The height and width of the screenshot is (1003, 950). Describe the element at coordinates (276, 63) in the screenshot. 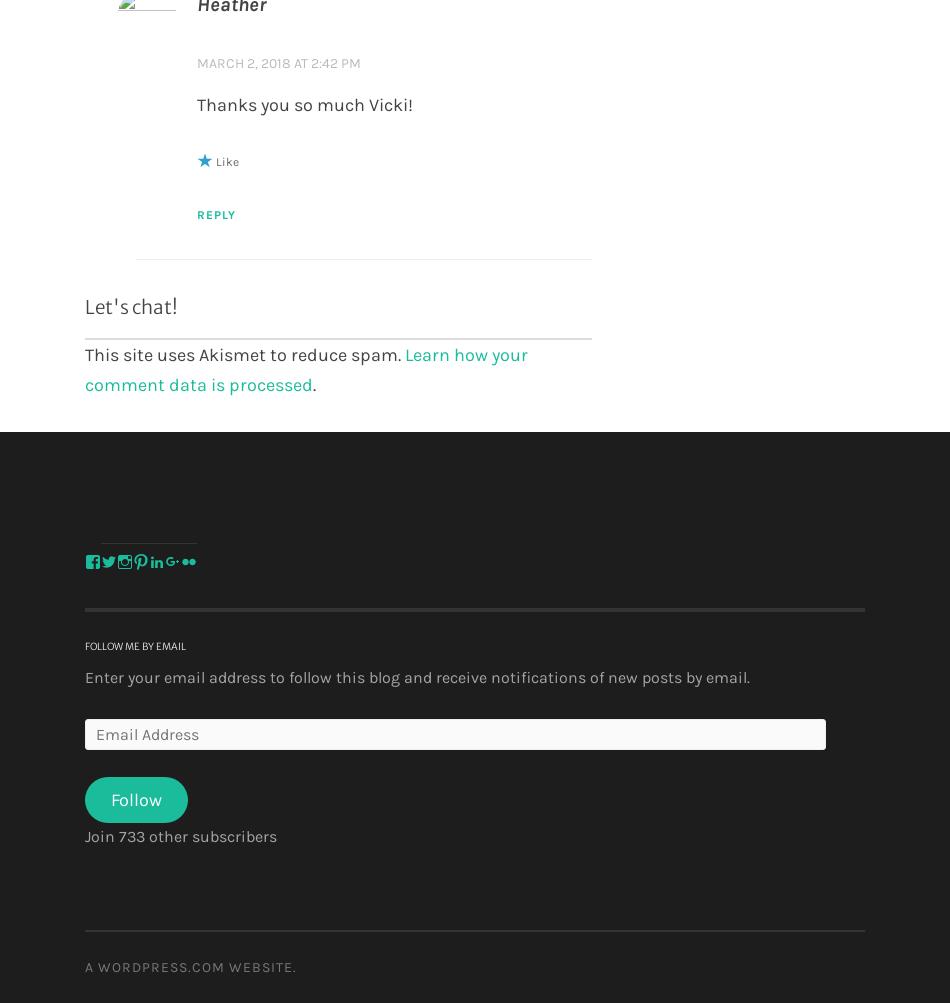

I see `'March 2, 2018 at 2:42 pm'` at that location.